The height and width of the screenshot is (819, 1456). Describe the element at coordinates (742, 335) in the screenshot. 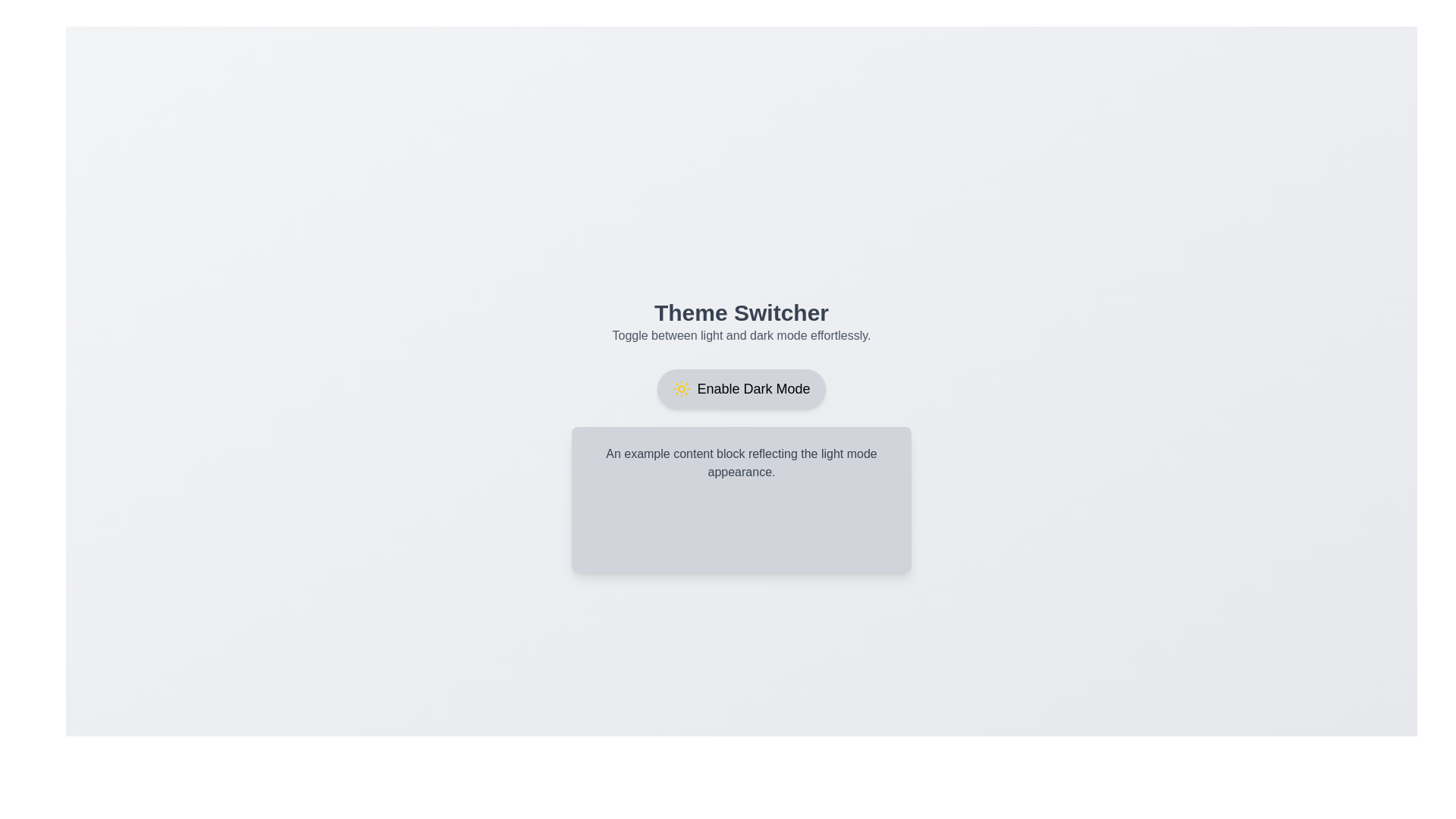

I see `the static text label reading 'Toggle between light and dark mode effortlessly.' which is positioned below the title 'Theme Switcher'` at that location.